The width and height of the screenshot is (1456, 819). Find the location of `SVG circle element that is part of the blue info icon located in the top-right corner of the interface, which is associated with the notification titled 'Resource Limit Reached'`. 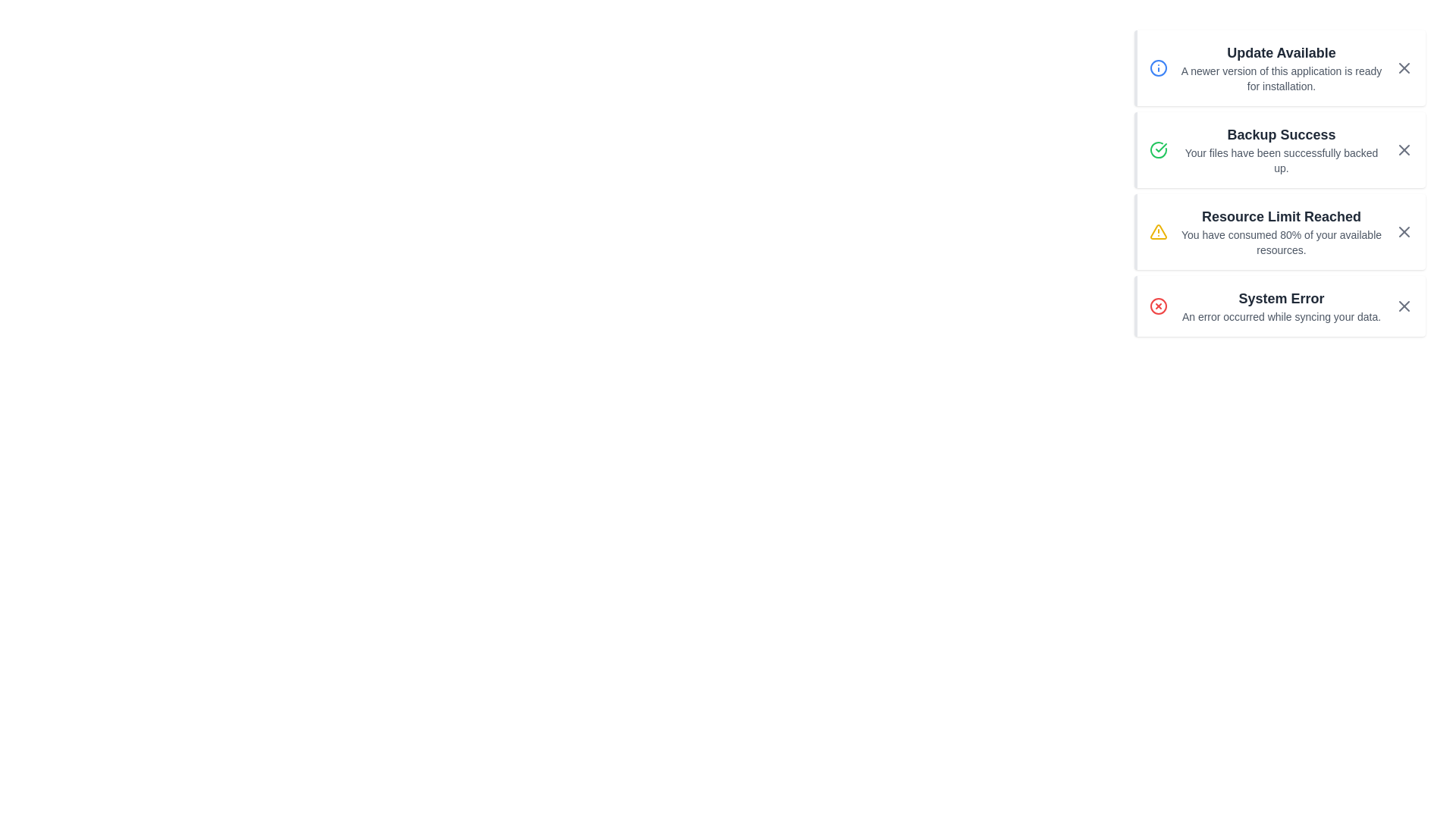

SVG circle element that is part of the blue info icon located in the top-right corner of the interface, which is associated with the notification titled 'Resource Limit Reached' is located at coordinates (1157, 67).